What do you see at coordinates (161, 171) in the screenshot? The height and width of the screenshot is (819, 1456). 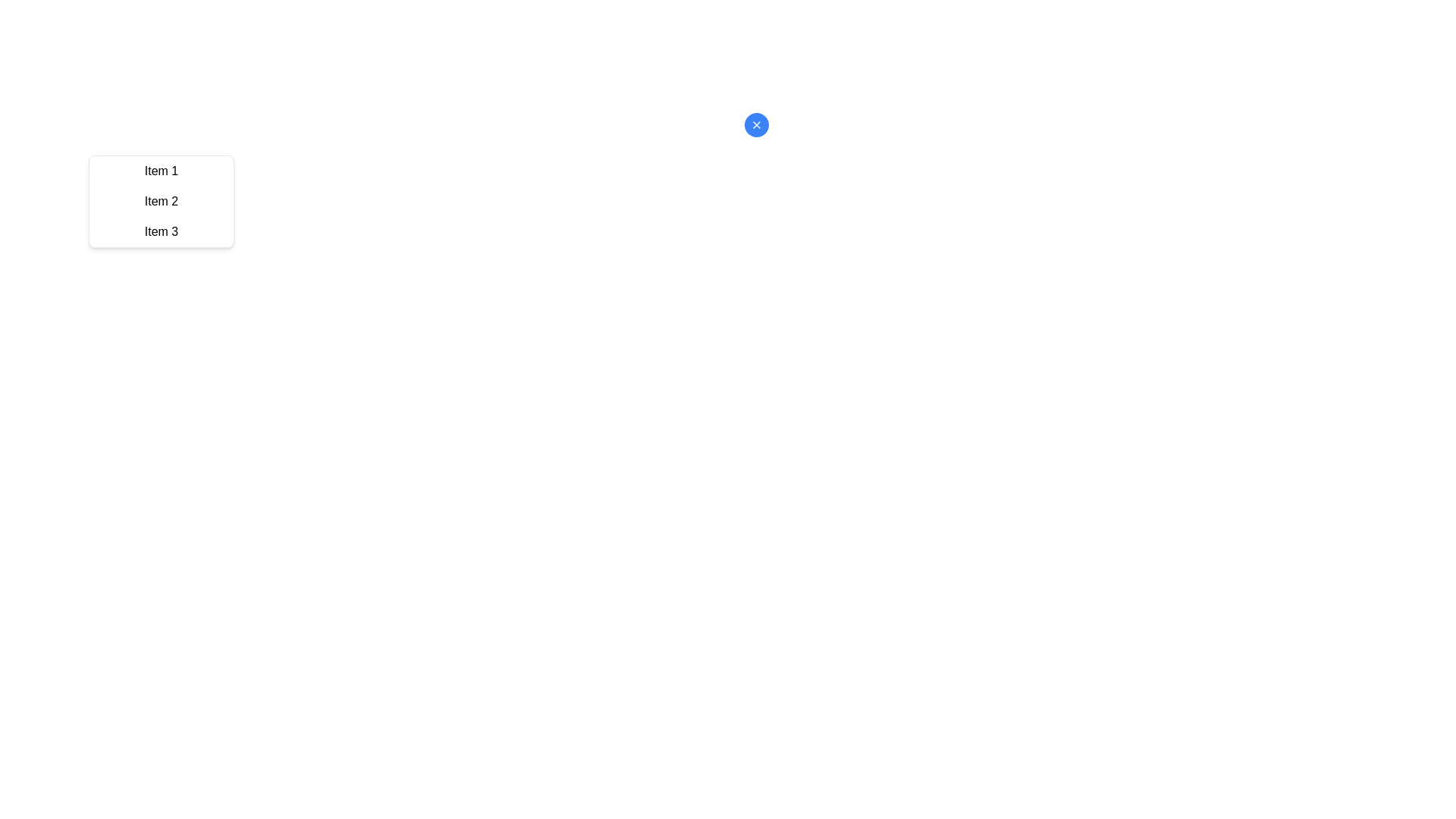 I see `the first list item in the menu, which is located at the top of the vertically stacked group` at bounding box center [161, 171].